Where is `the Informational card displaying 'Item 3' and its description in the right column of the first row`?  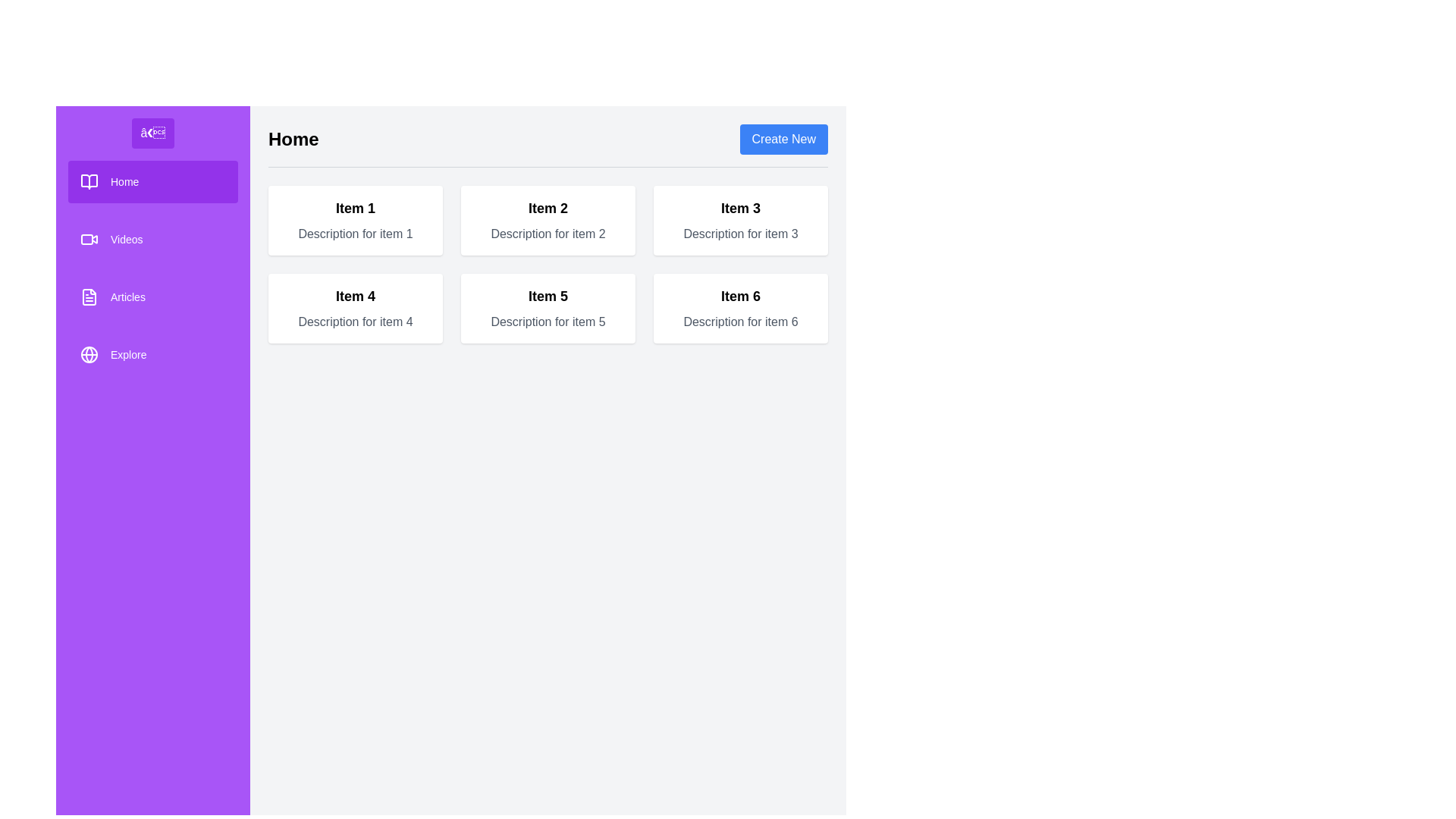 the Informational card displaying 'Item 3' and its description in the right column of the first row is located at coordinates (741, 220).